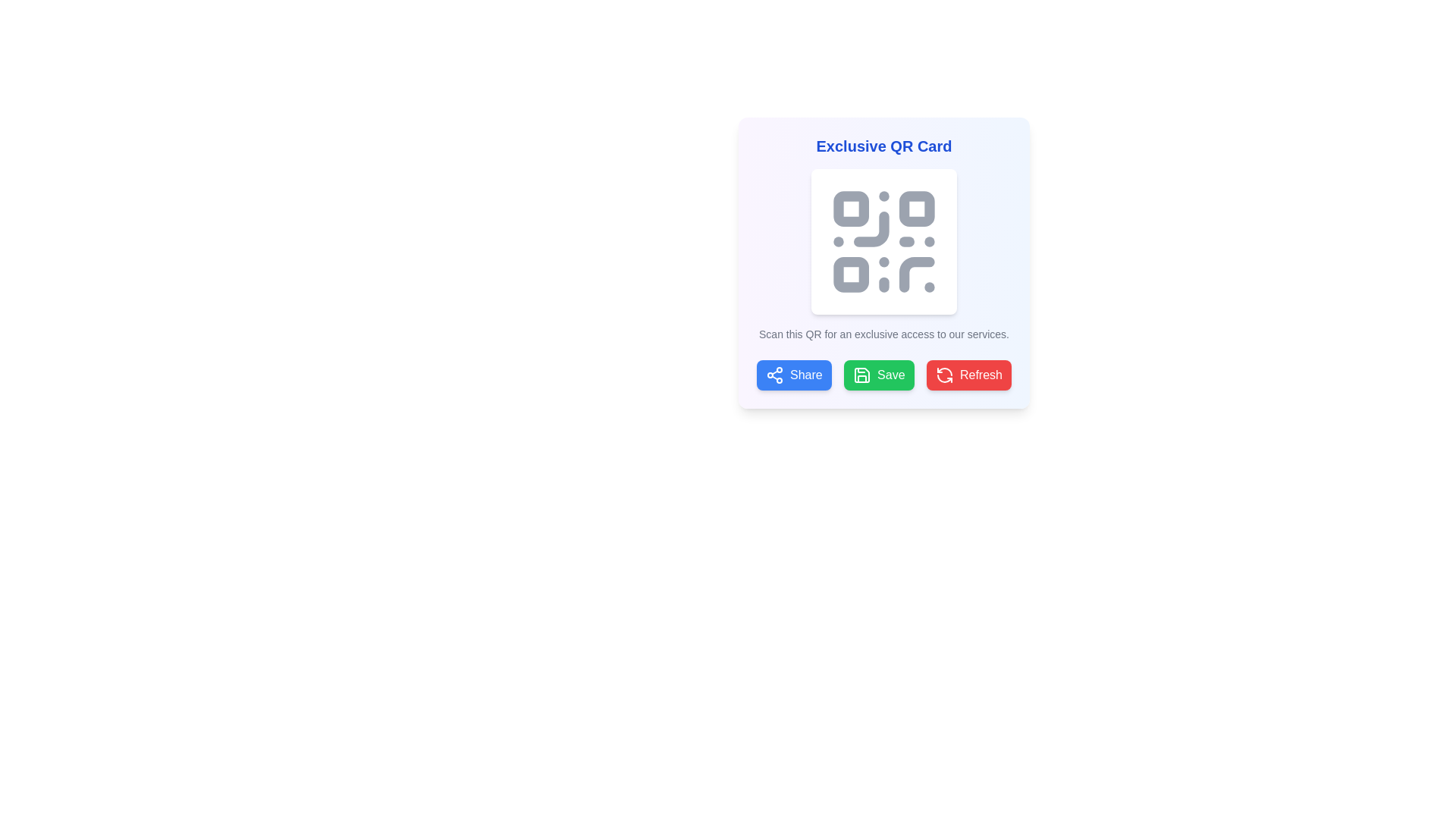 This screenshot has height=819, width=1456. What do you see at coordinates (916, 209) in the screenshot?
I see `the second square in the upper right quadrant of the SVG-based QR code, which contributes to its visual structure and scanning functionality` at bounding box center [916, 209].